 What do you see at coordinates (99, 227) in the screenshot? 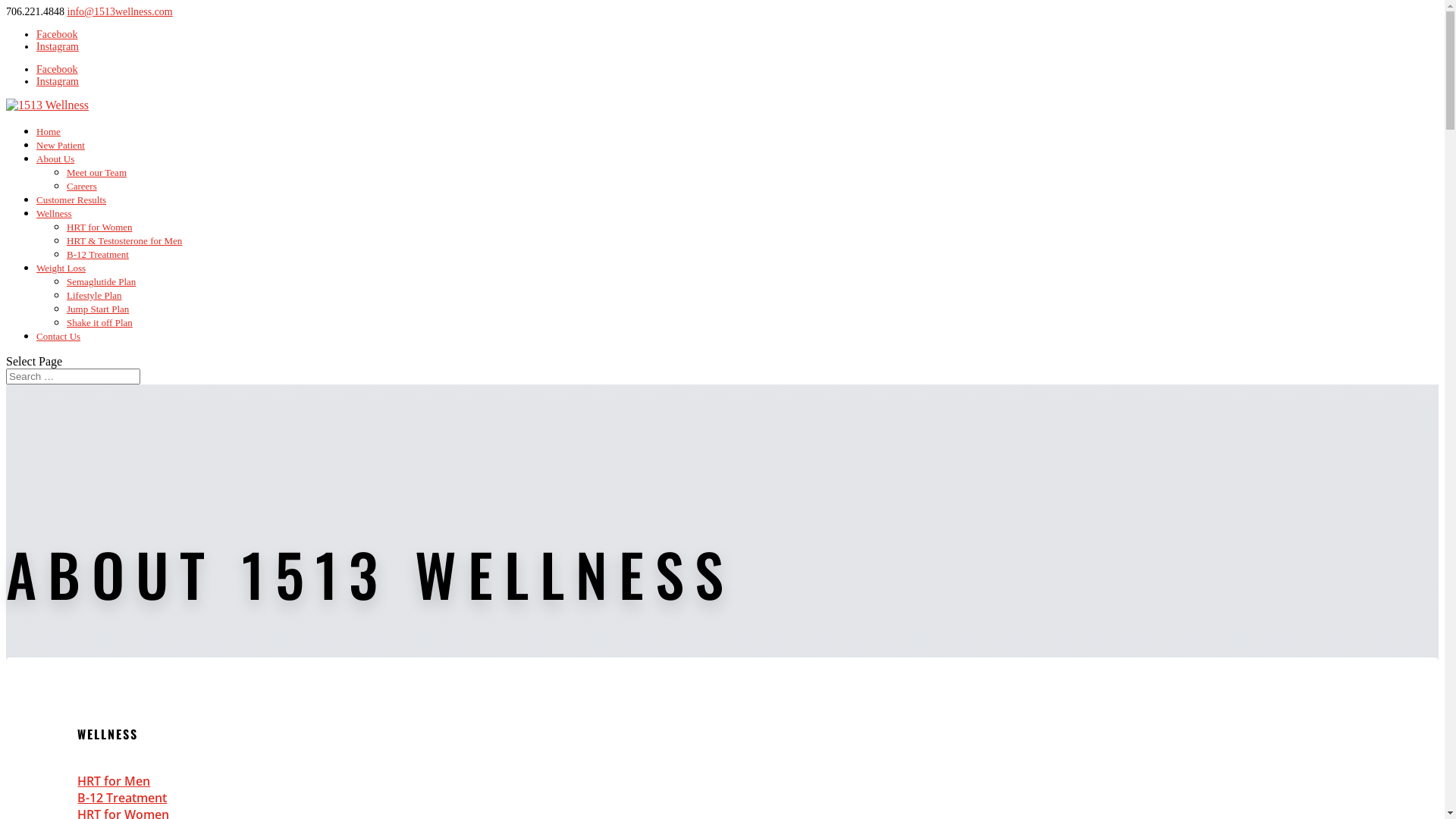
I see `'HRT for Women'` at bounding box center [99, 227].